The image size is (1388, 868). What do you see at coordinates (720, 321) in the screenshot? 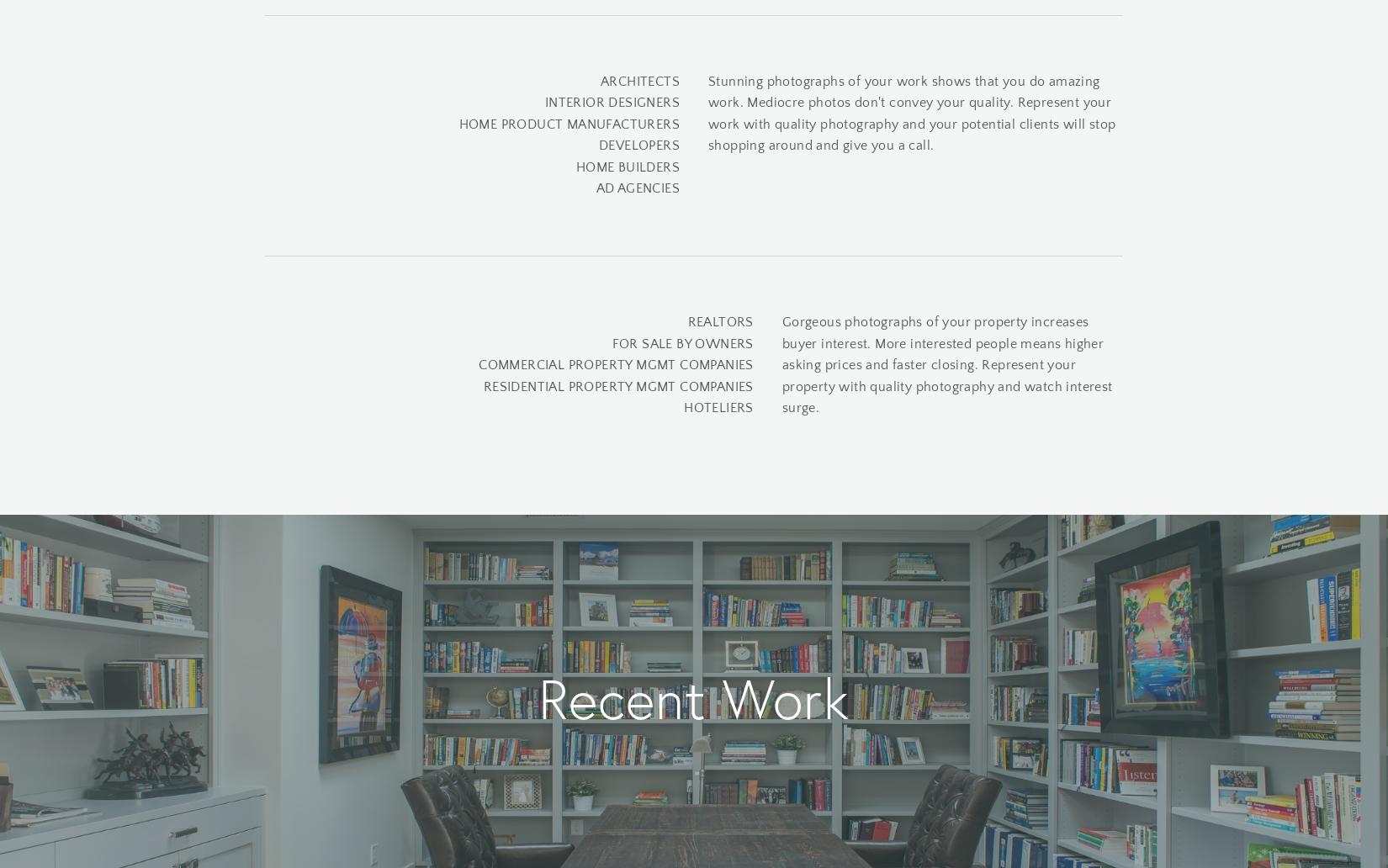
I see `'REALTORS'` at bounding box center [720, 321].